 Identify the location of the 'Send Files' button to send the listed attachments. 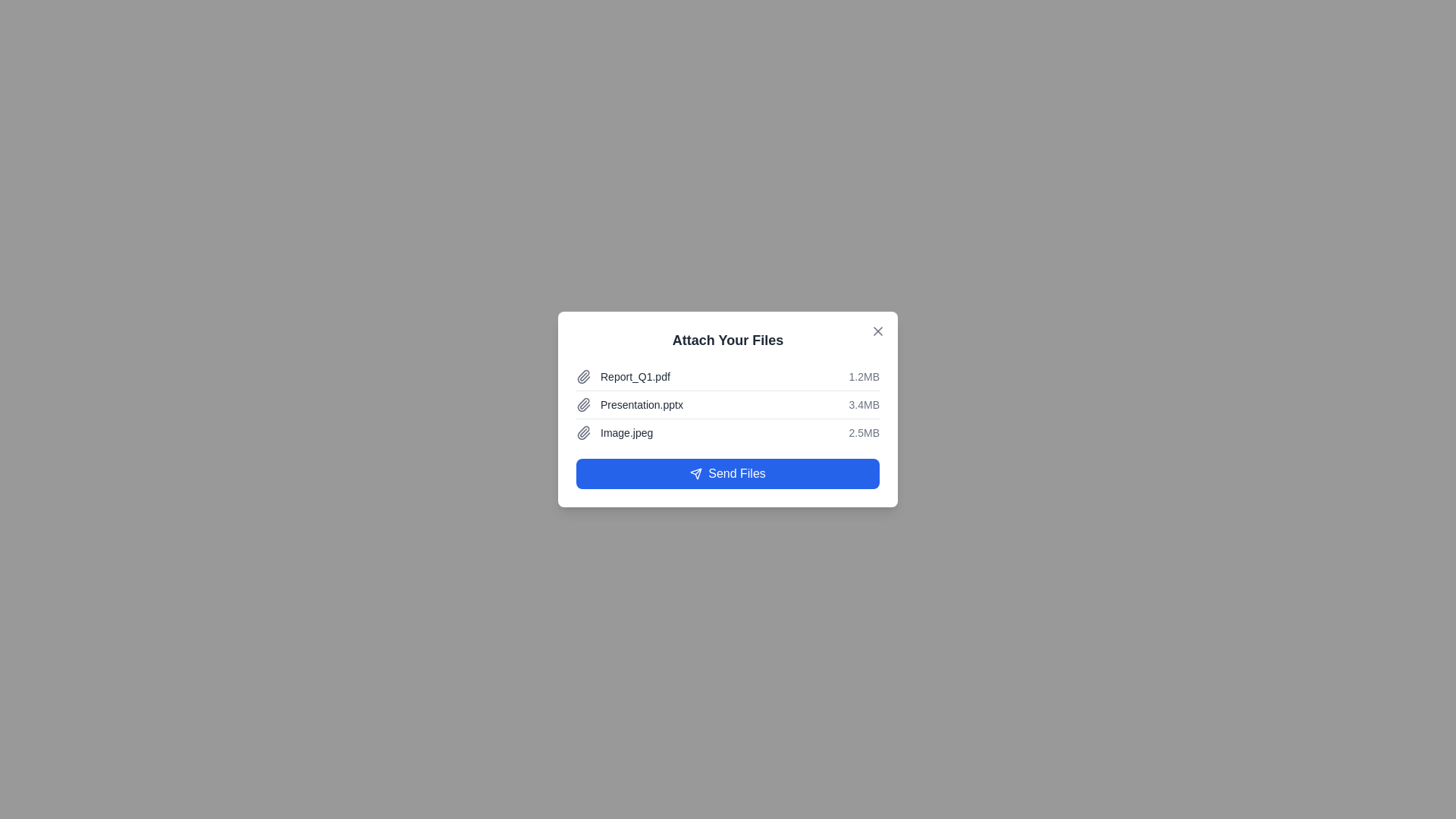
(728, 472).